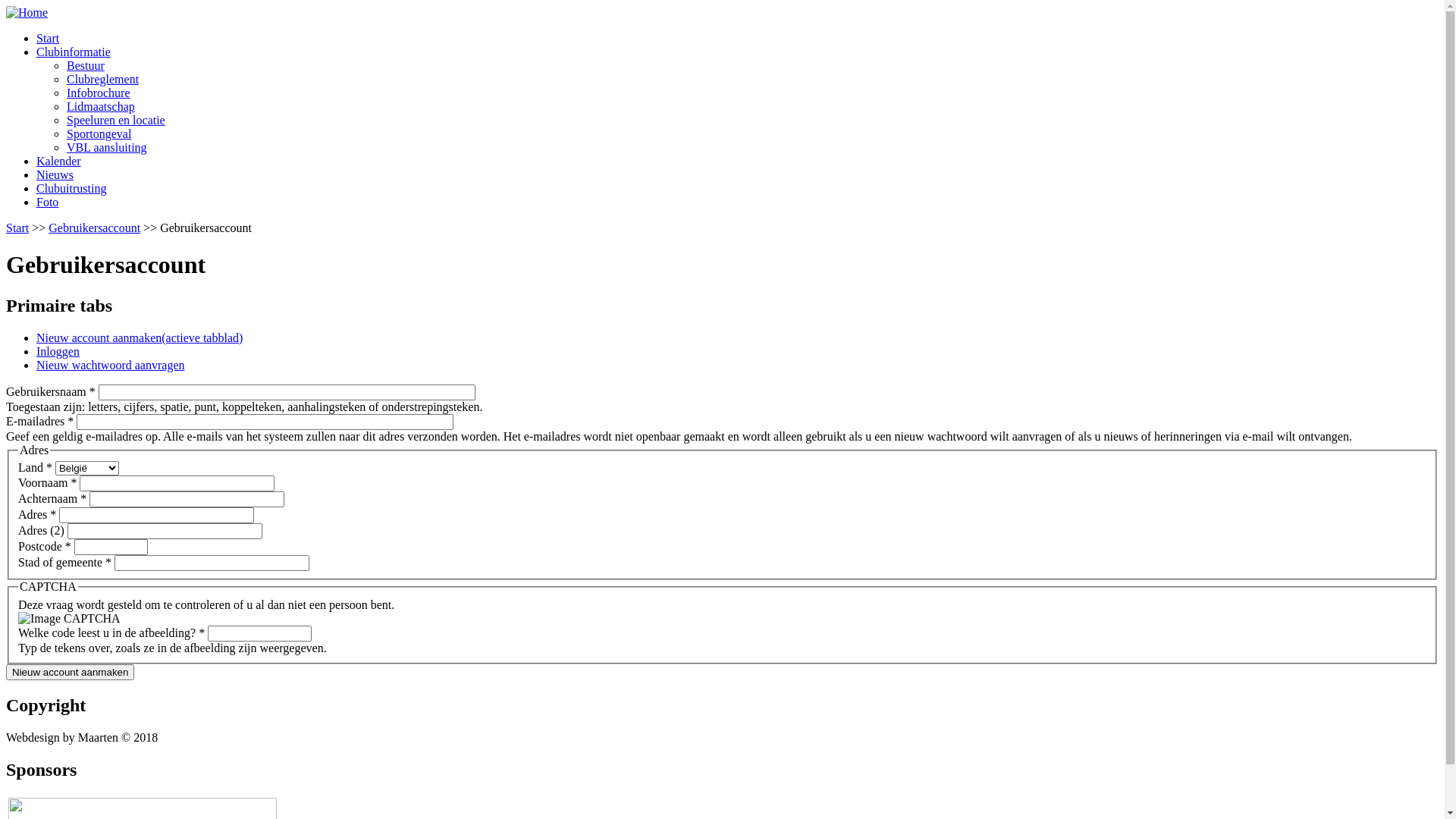 This screenshot has width=1456, height=819. Describe the element at coordinates (97, 93) in the screenshot. I see `'Infobrochure'` at that location.